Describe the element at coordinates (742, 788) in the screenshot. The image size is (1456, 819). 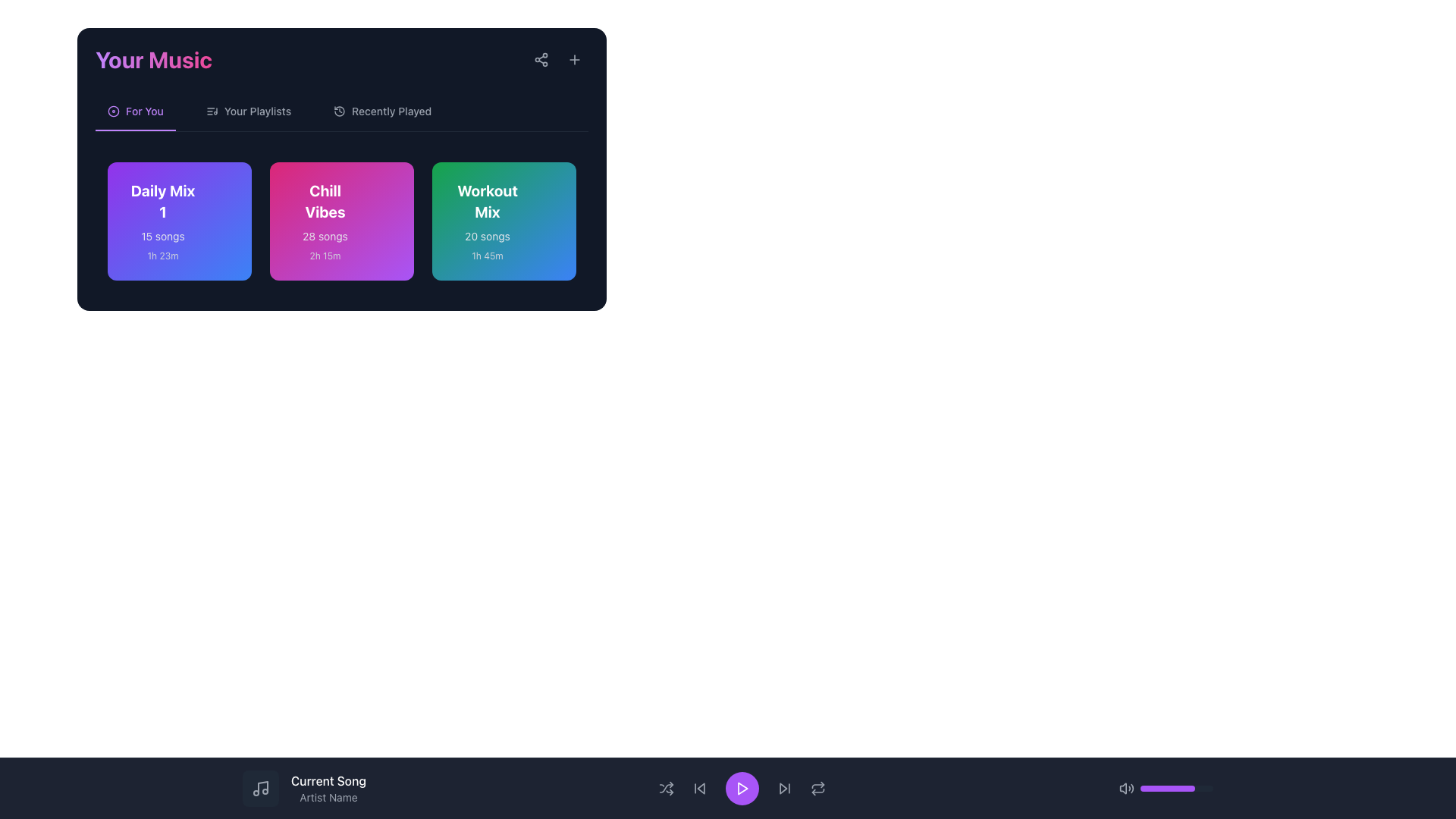
I see `the SVG icon resembling a triangular play symbol located in the center of a circular button in the bottom navigation bar` at that location.